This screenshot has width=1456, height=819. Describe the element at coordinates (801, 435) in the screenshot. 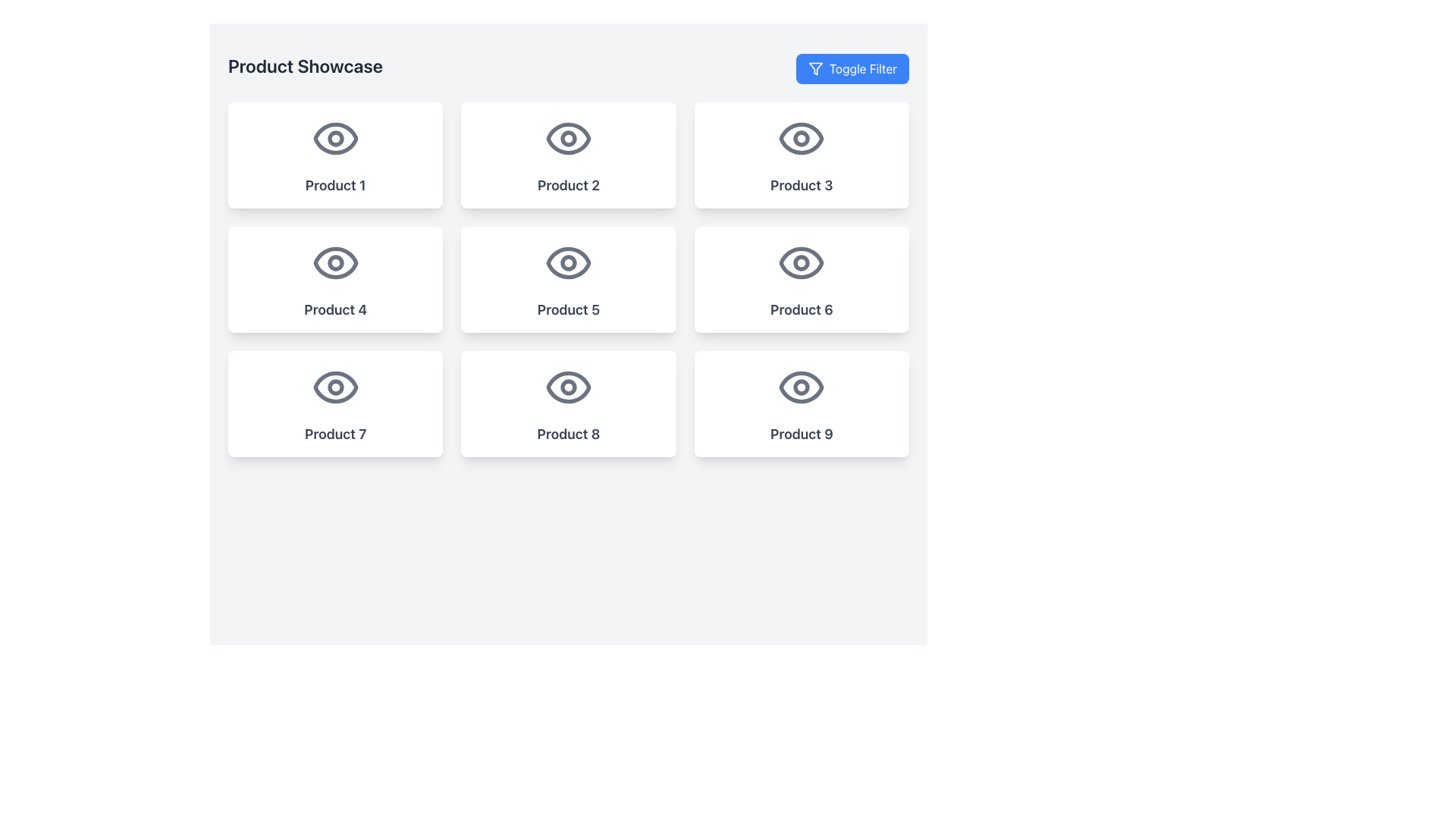

I see `the TextLabel that displays the product name located at the bottom-center of the card in the third row and third column of the grid layout` at that location.